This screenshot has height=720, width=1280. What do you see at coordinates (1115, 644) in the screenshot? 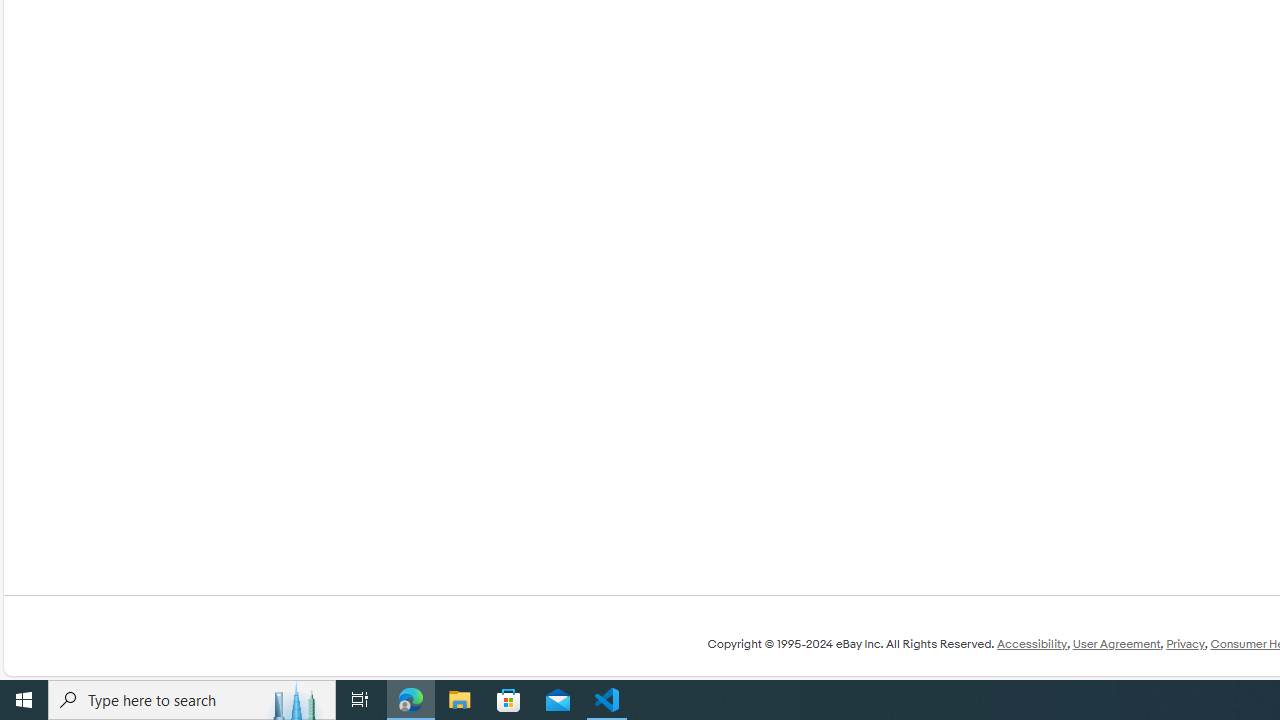
I see `'User Agreement'` at bounding box center [1115, 644].